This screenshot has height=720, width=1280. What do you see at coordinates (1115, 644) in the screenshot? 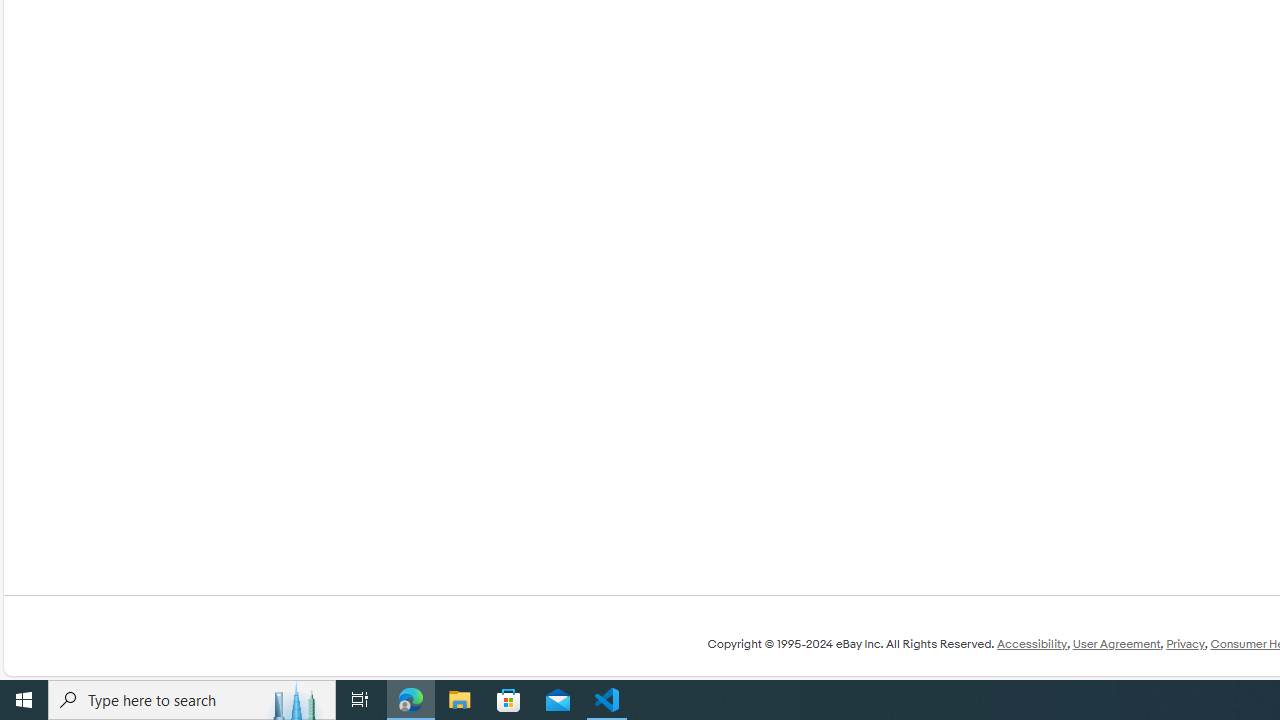
I see `'User Agreement'` at bounding box center [1115, 644].